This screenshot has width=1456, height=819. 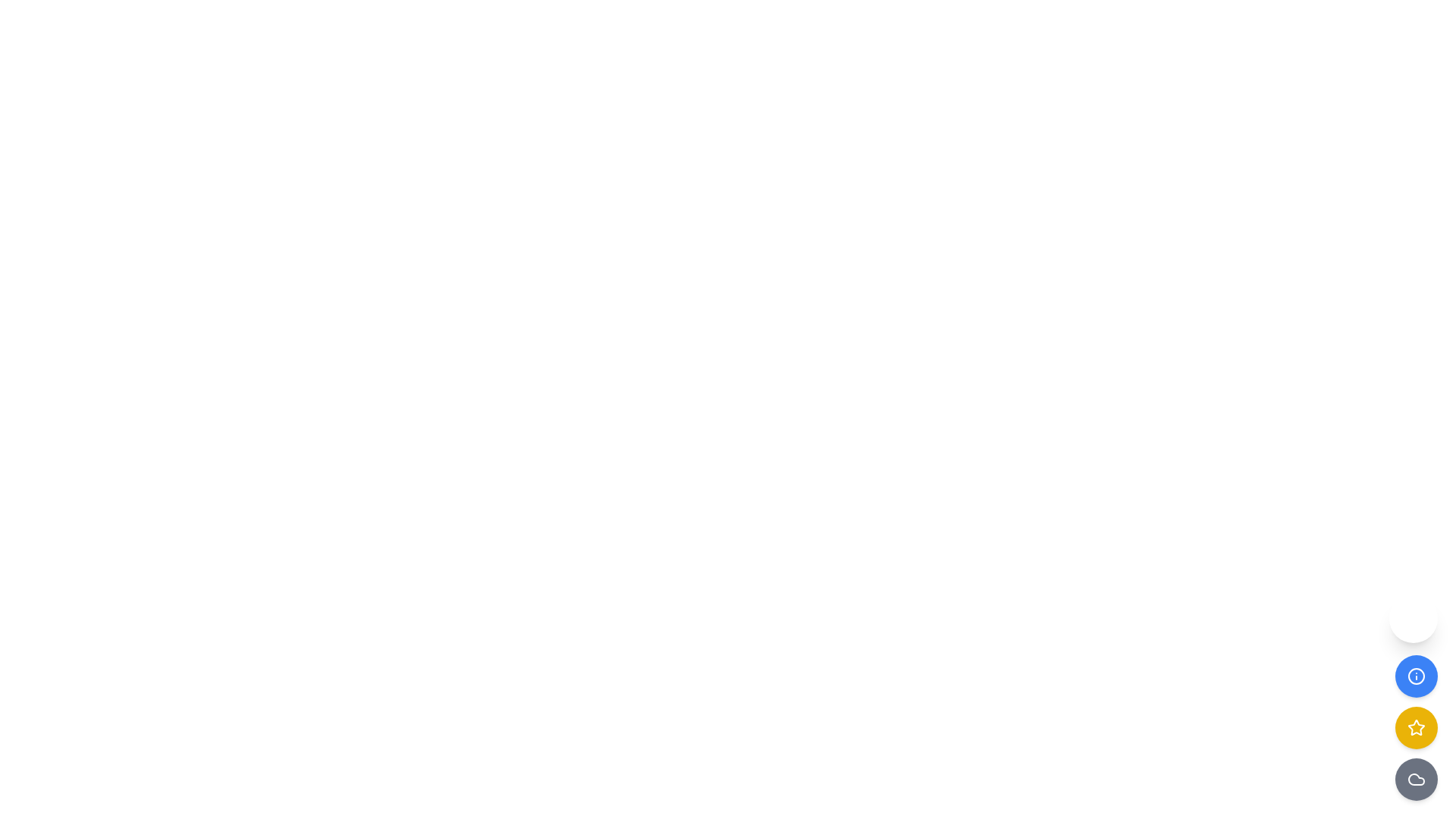 I want to click on the lowermost cloud icon in the vertical stack of icons located at the bottom-right corner of the interface, so click(x=1415, y=780).